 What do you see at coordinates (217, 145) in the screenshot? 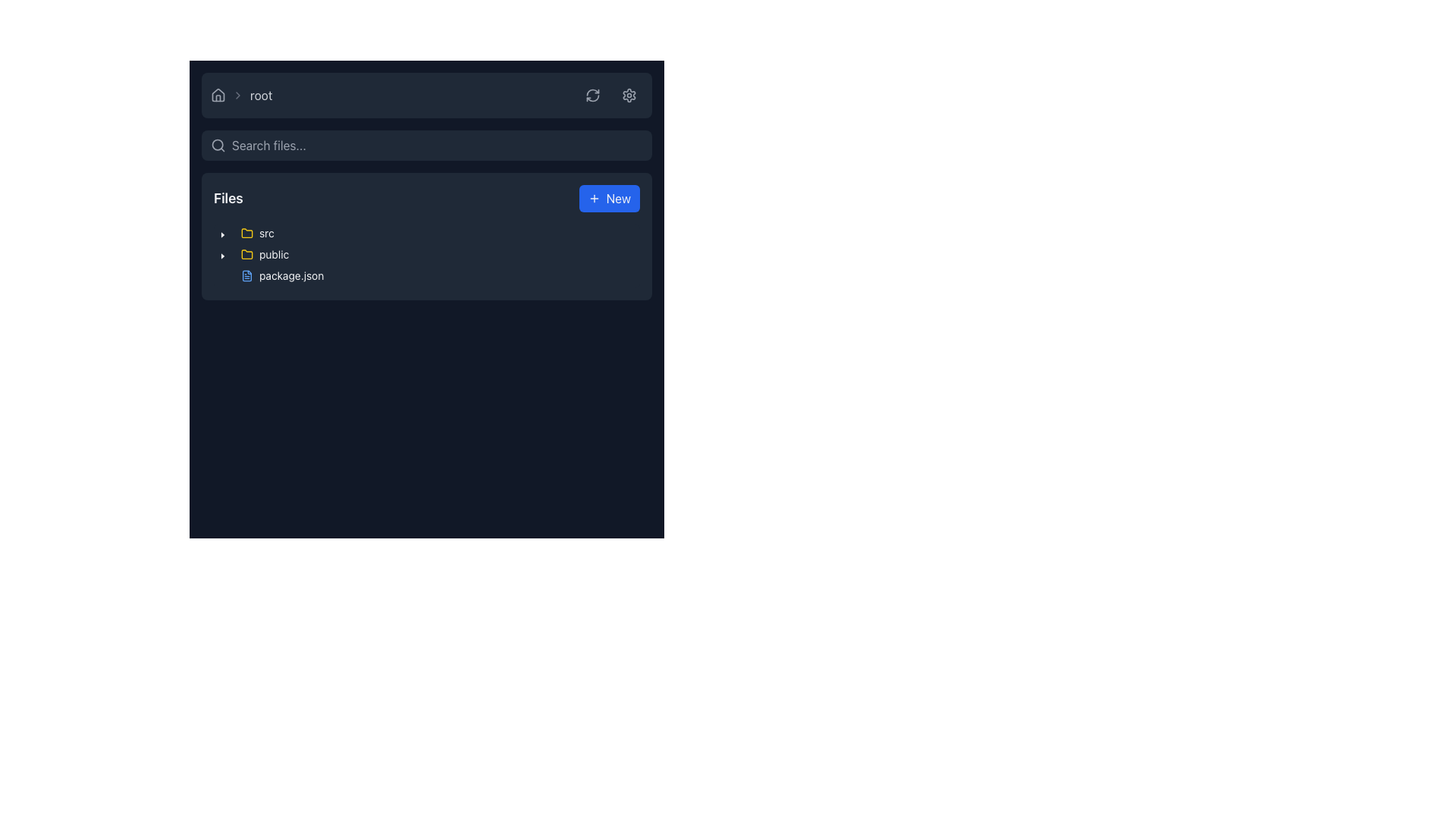
I see `the circular lens of the search icon, which is part of the magnifying glass design located on the left side of the search bar` at bounding box center [217, 145].